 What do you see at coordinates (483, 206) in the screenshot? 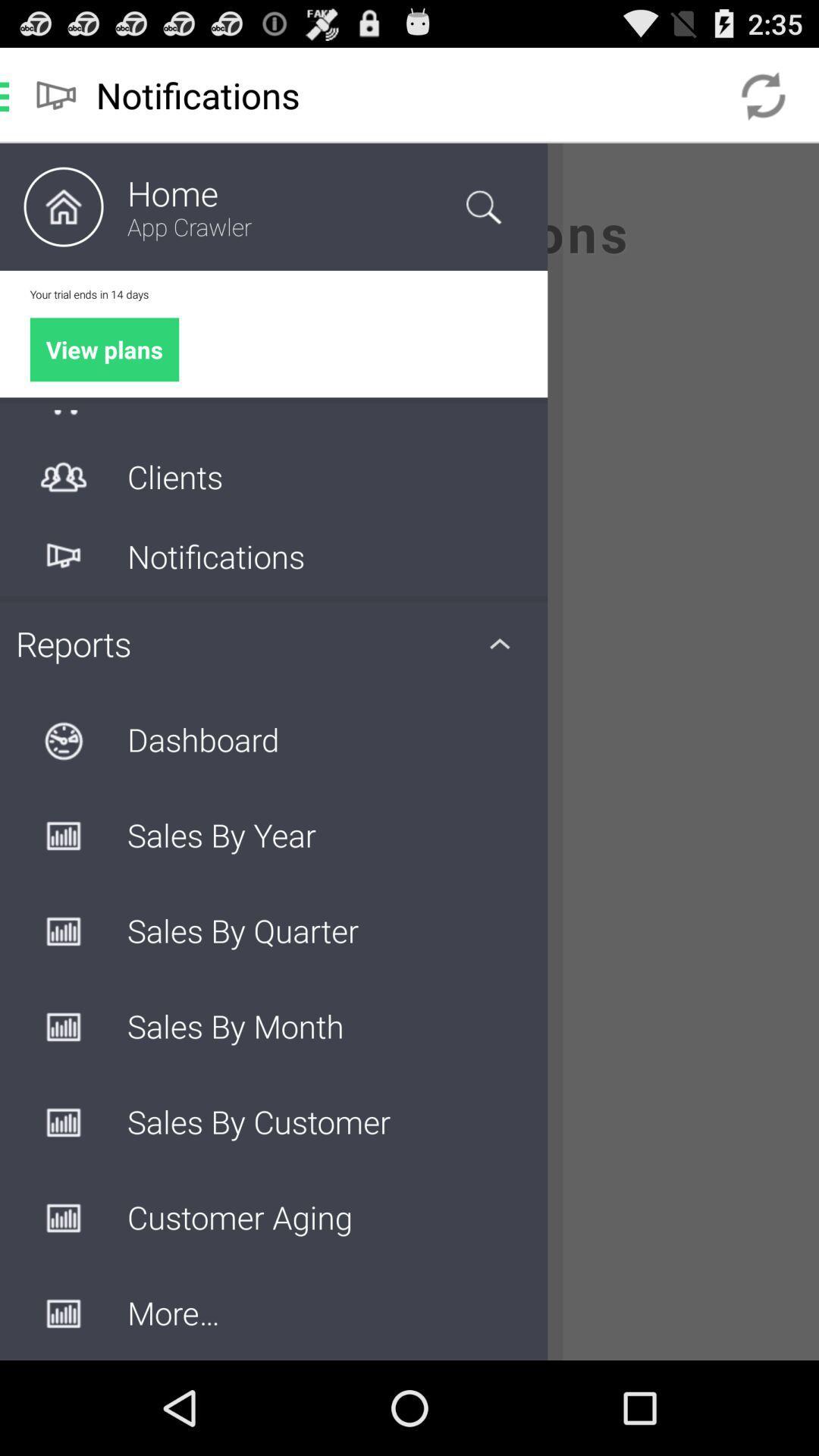
I see `search icon` at bounding box center [483, 206].